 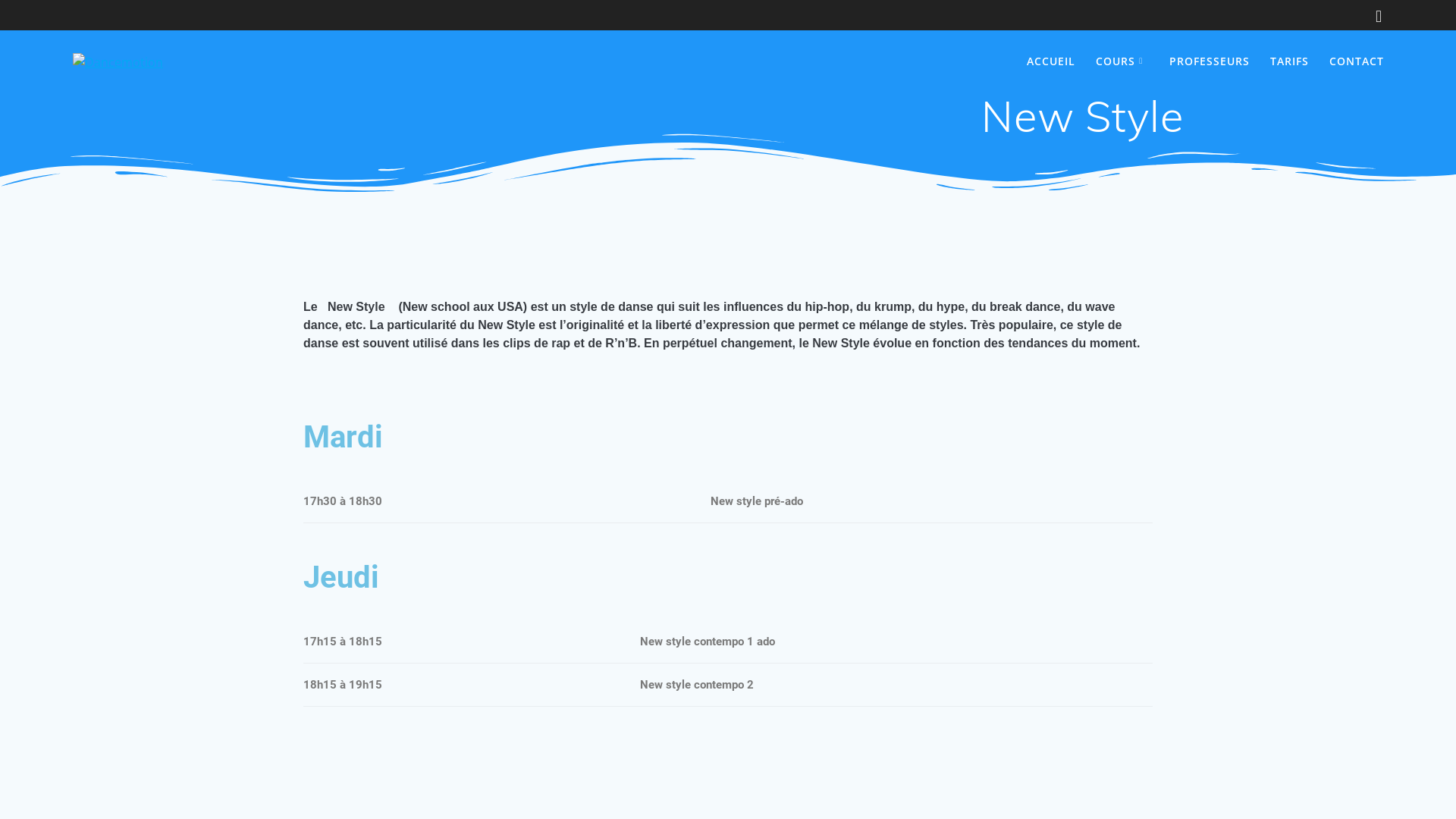 I want to click on 'CONTACT', so click(x=1357, y=61).